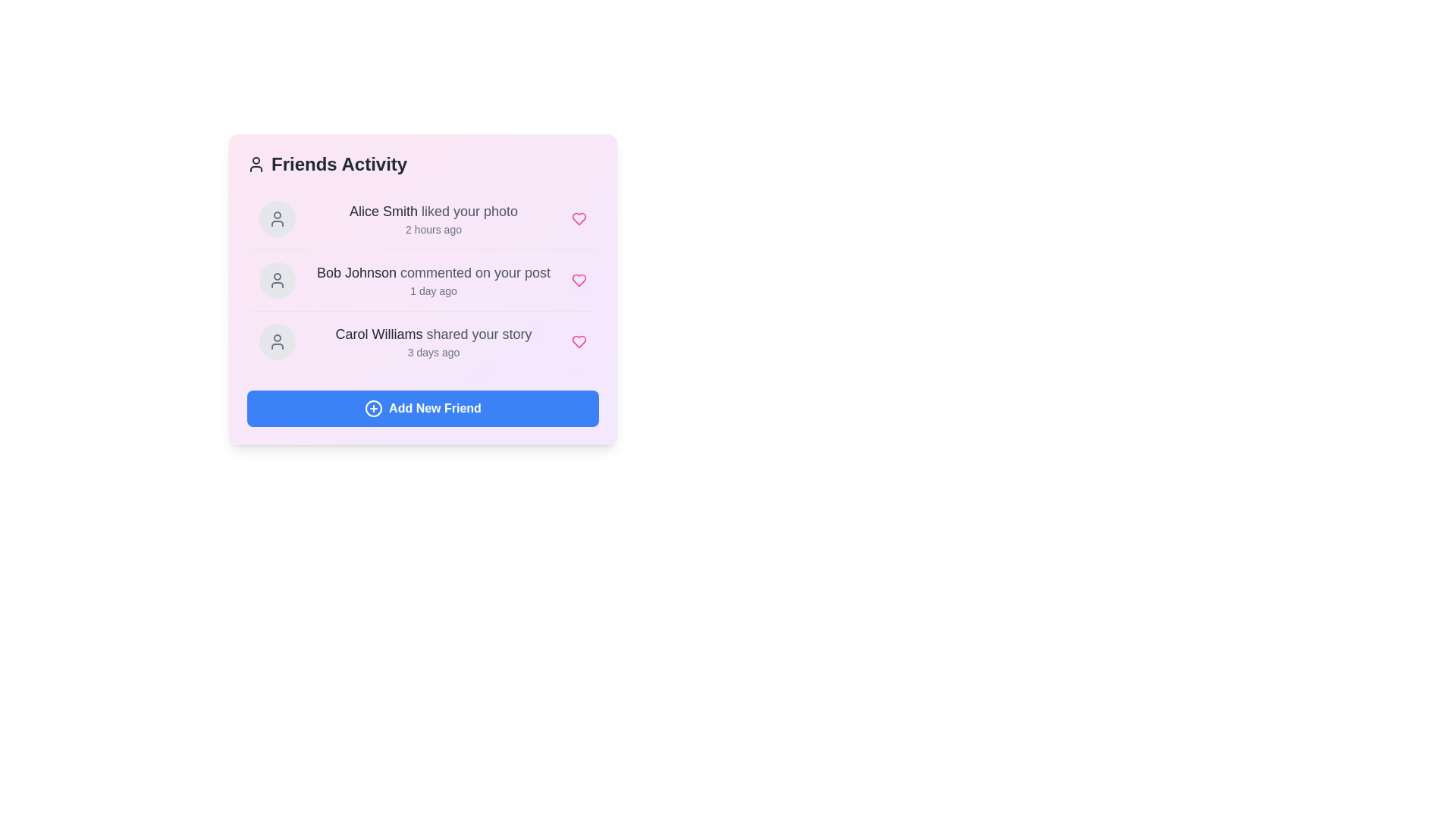  I want to click on the user activity item corresponding to Bob Johnson to view its details, so click(422, 280).